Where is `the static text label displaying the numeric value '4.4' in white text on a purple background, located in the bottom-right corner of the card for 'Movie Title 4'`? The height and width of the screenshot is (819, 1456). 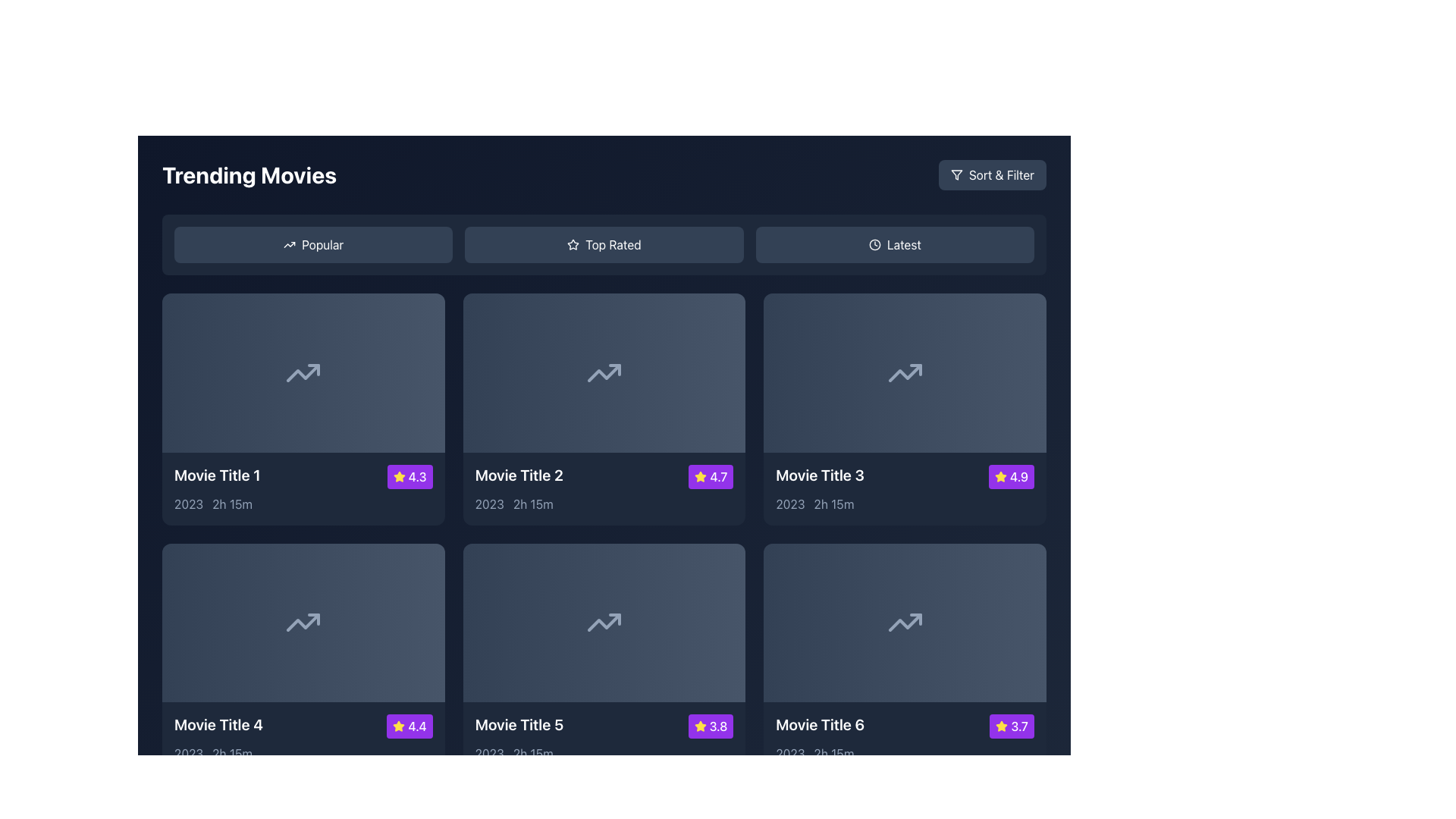
the static text label displaying the numeric value '4.4' in white text on a purple background, located in the bottom-right corner of the card for 'Movie Title 4' is located at coordinates (417, 726).